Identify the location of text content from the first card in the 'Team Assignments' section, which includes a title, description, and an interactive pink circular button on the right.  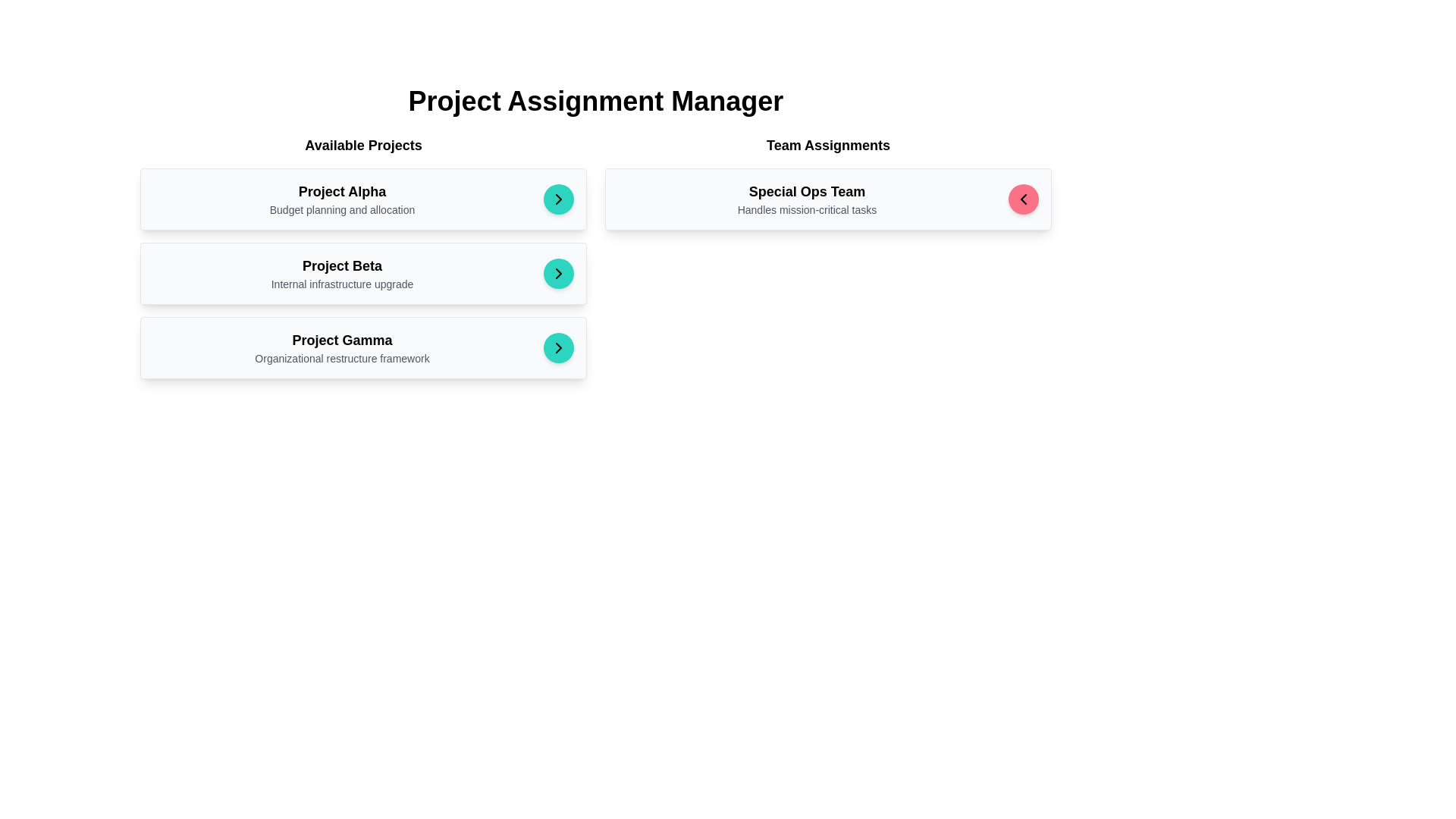
(827, 198).